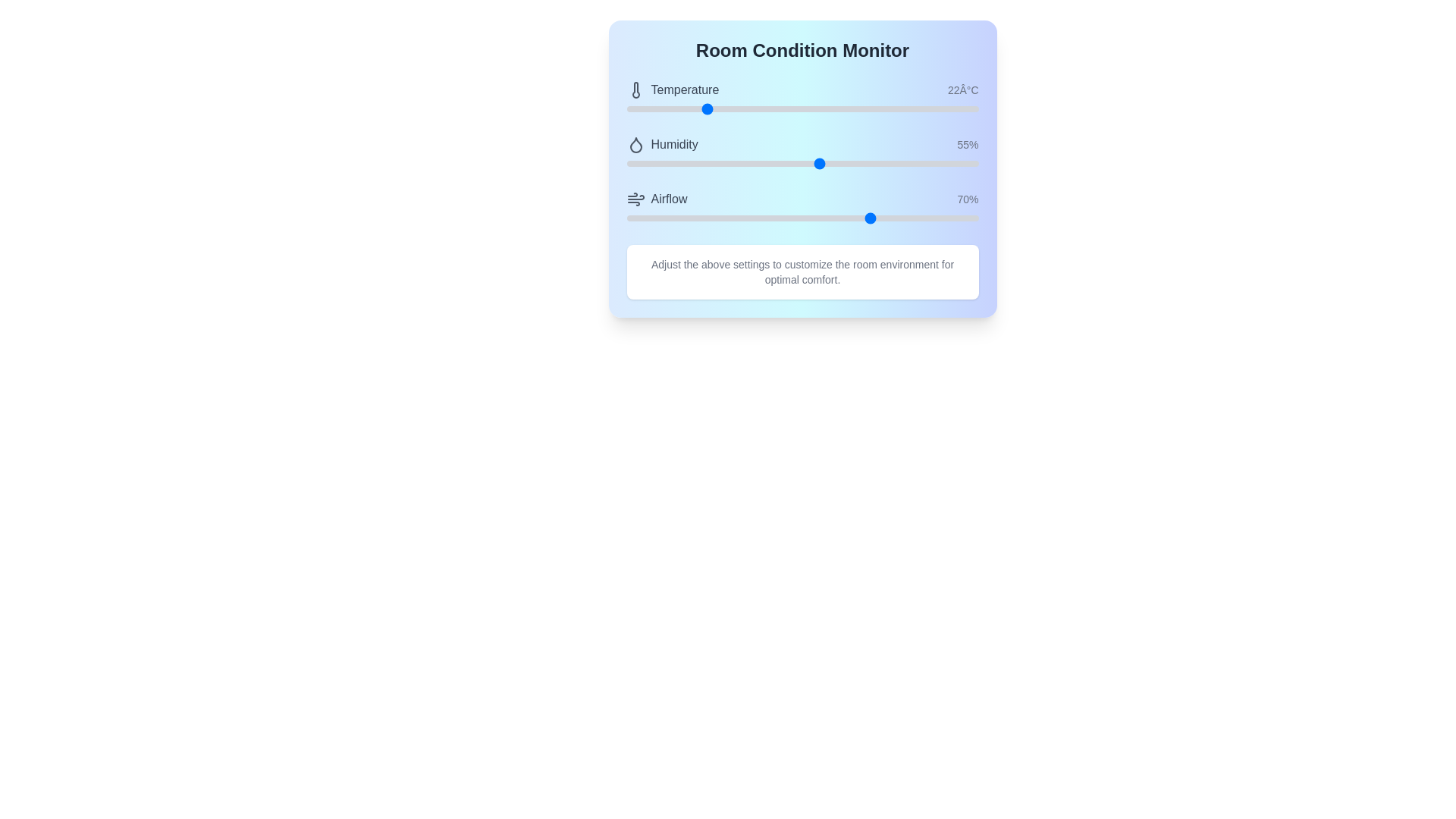 This screenshot has width=1456, height=819. What do you see at coordinates (626, 218) in the screenshot?
I see `the airflow` at bounding box center [626, 218].